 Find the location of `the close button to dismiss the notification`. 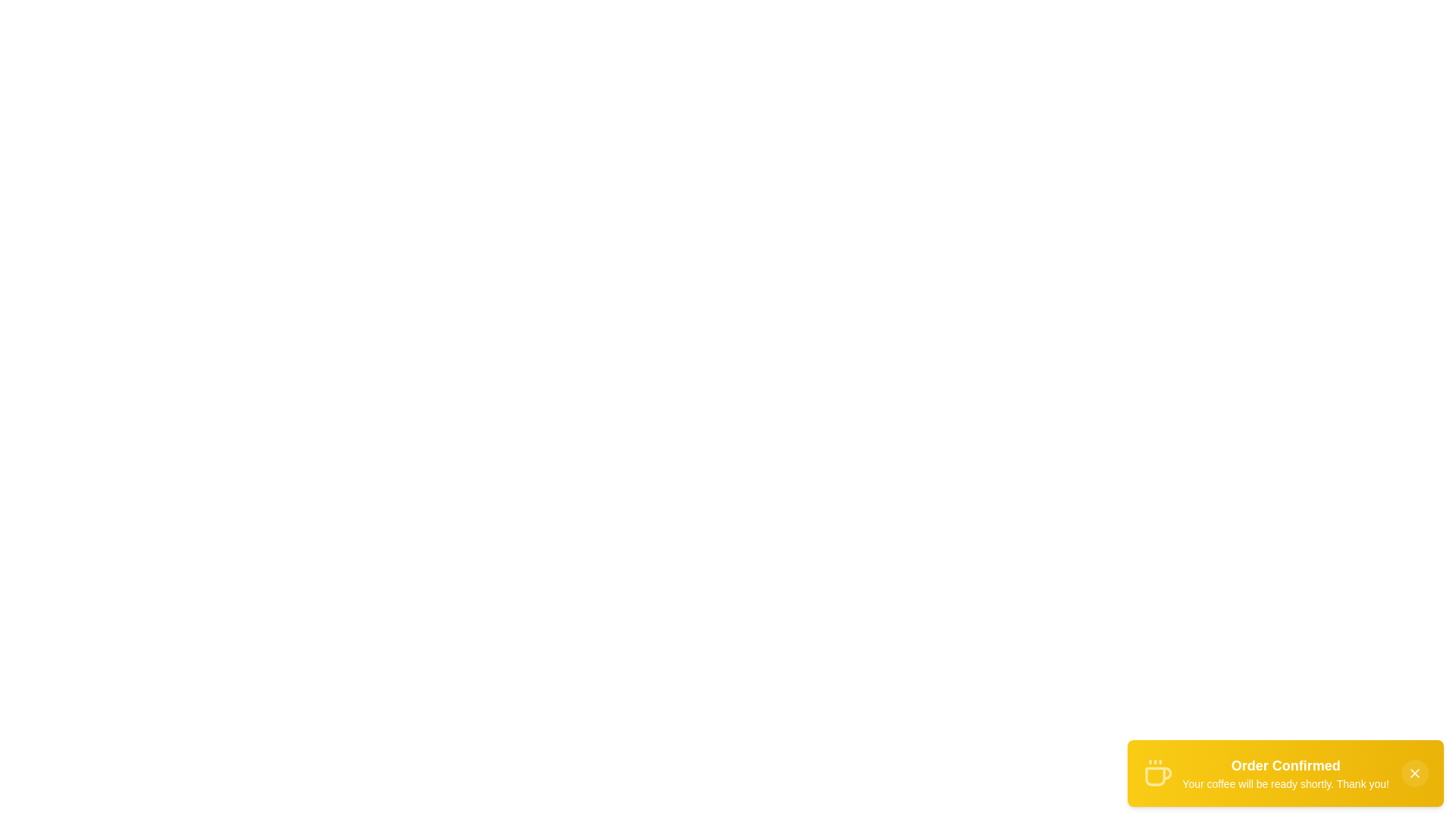

the close button to dismiss the notification is located at coordinates (1414, 773).